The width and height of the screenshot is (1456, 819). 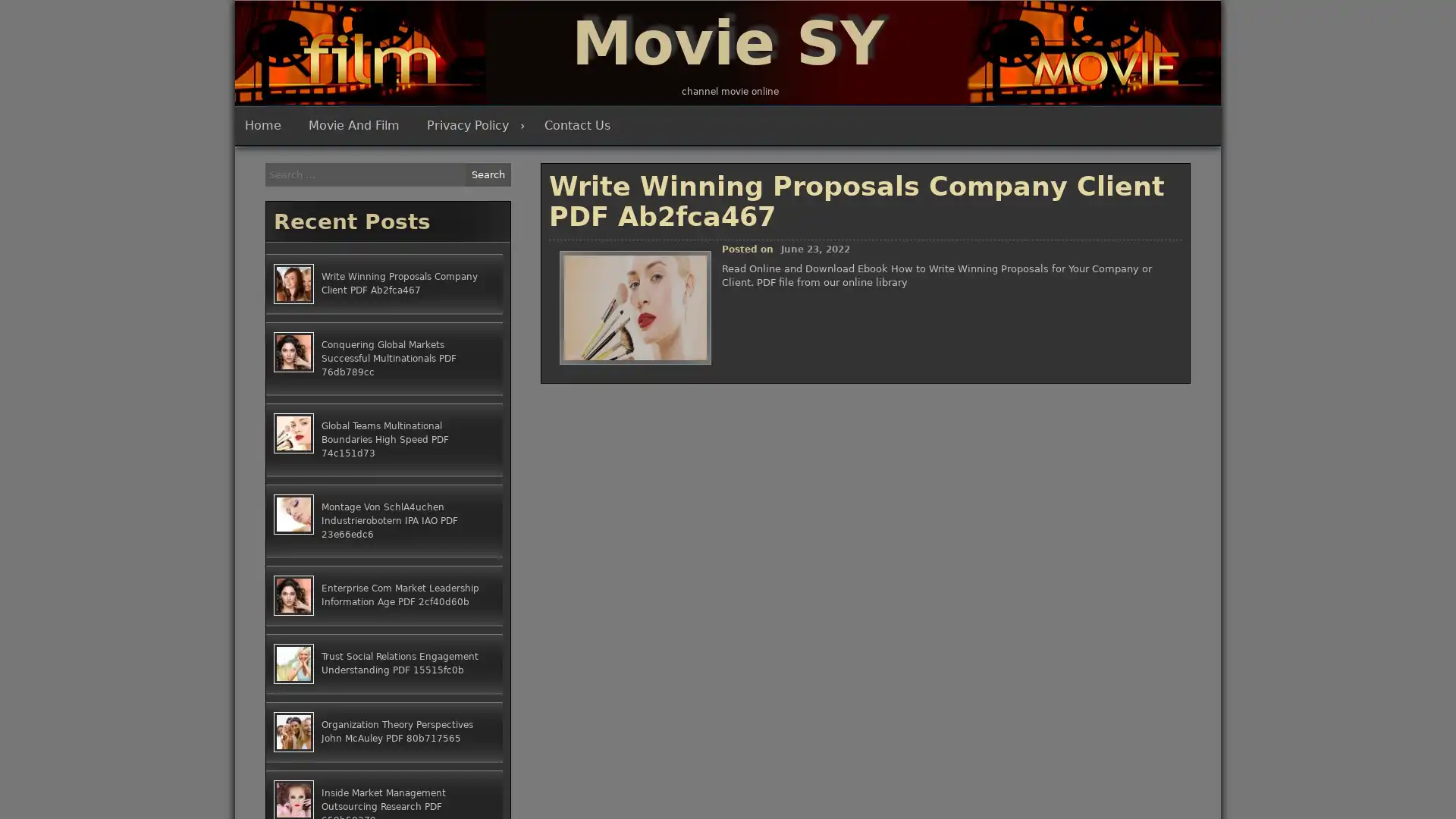 What do you see at coordinates (488, 174) in the screenshot?
I see `Search` at bounding box center [488, 174].